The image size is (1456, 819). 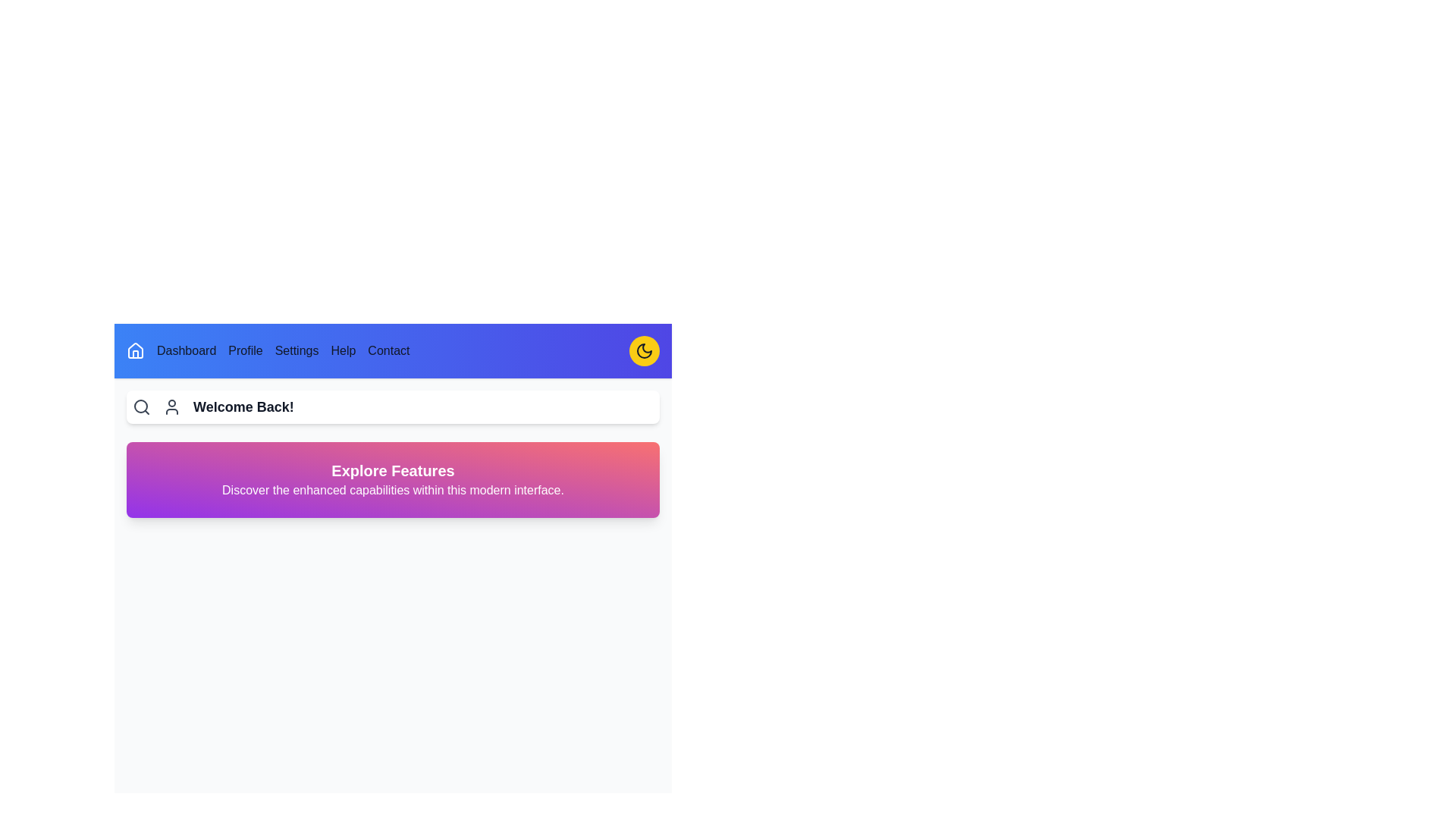 I want to click on the navigation menu item Help, so click(x=342, y=350).